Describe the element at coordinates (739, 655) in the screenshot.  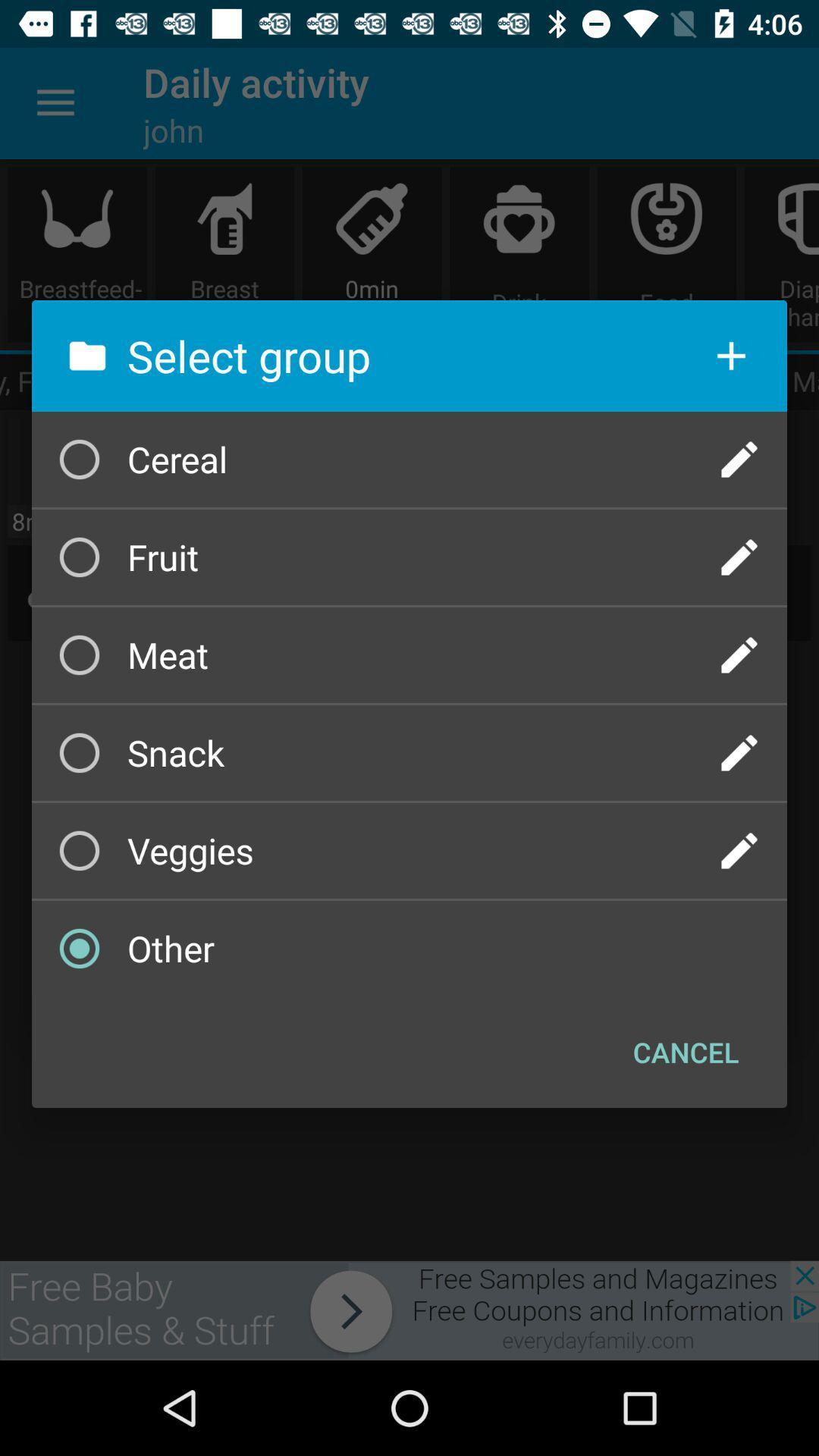
I see `select group` at that location.